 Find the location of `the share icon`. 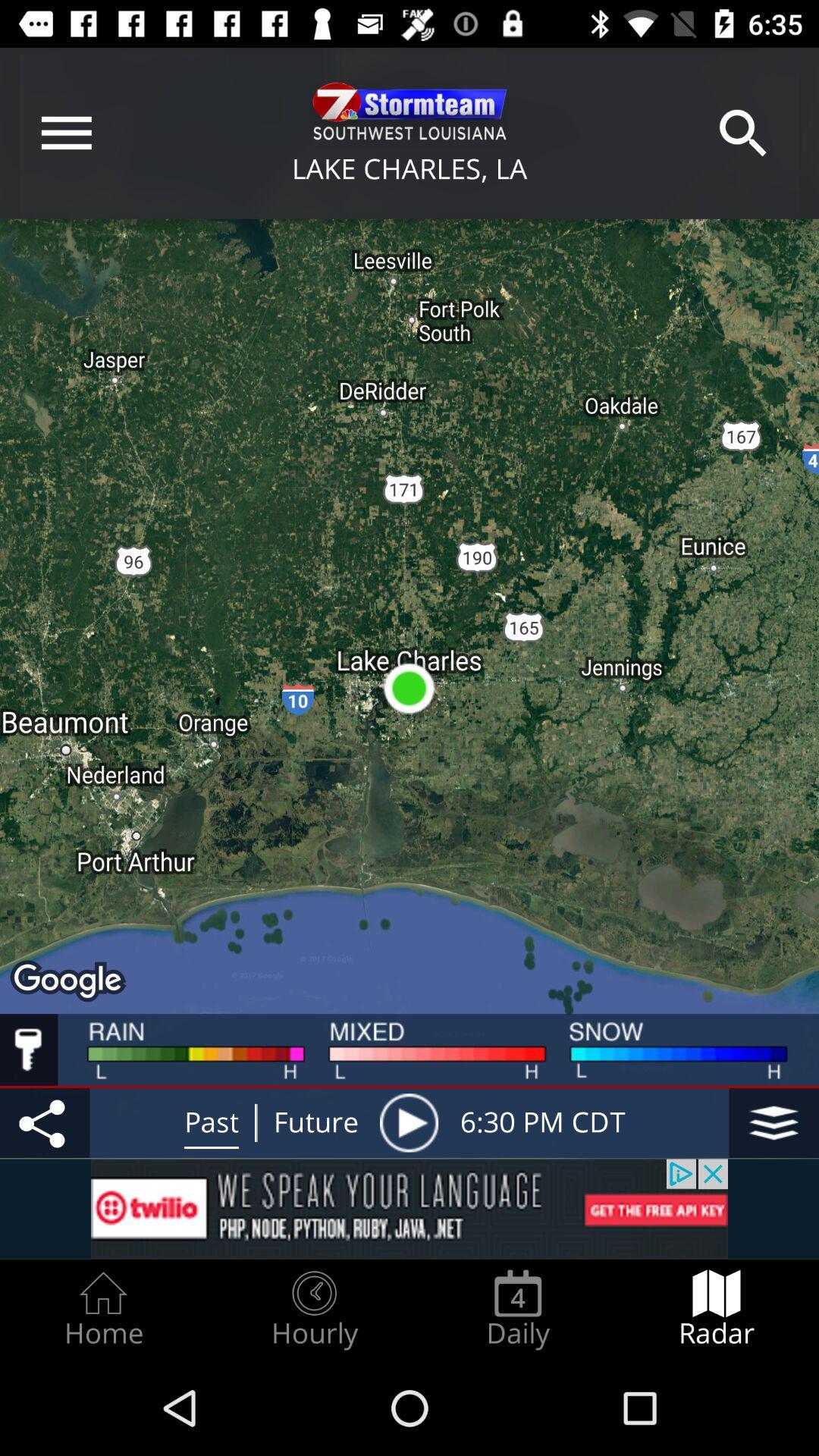

the share icon is located at coordinates (44, 1122).